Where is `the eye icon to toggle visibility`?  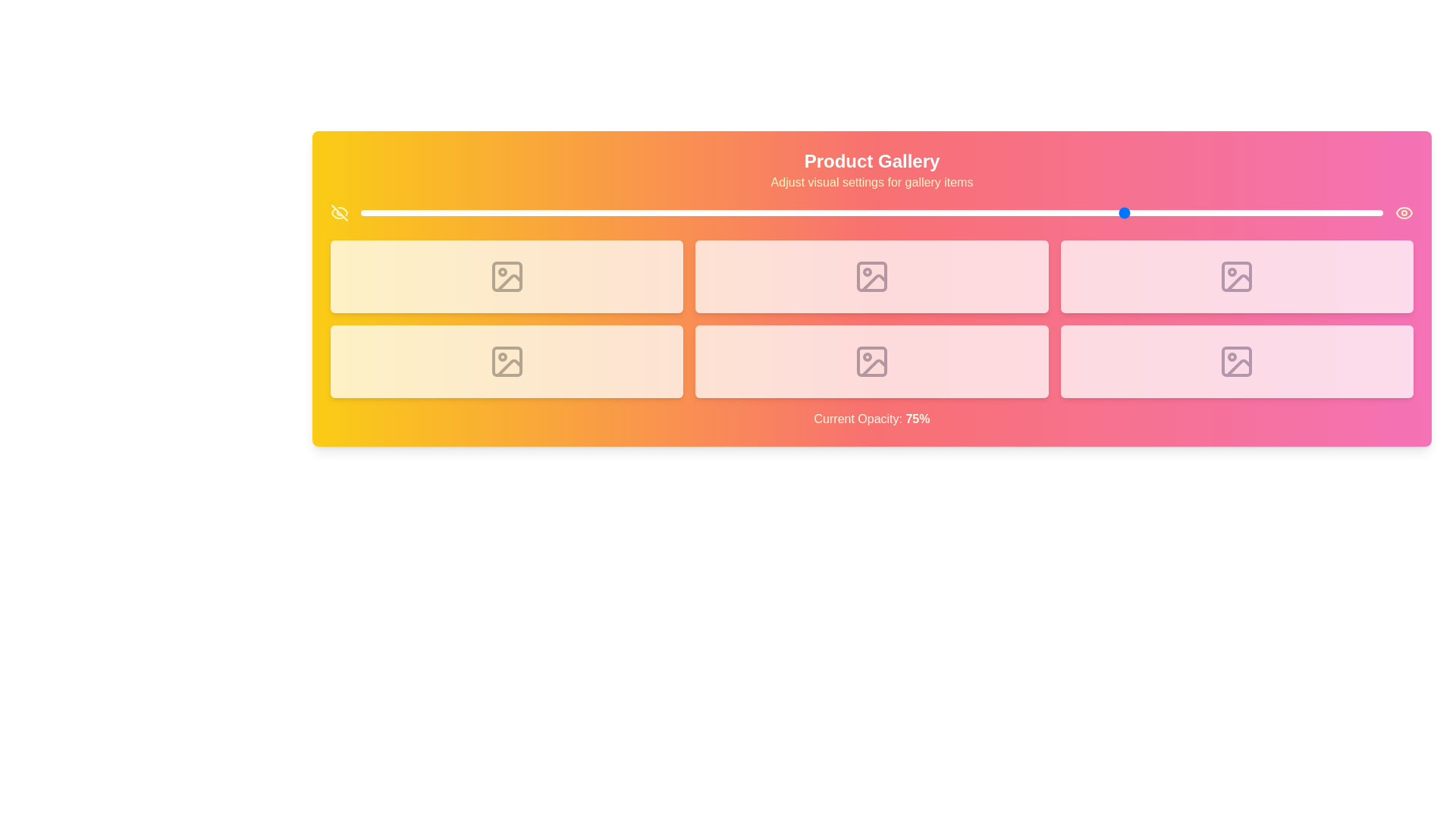 the eye icon to toggle visibility is located at coordinates (1404, 213).